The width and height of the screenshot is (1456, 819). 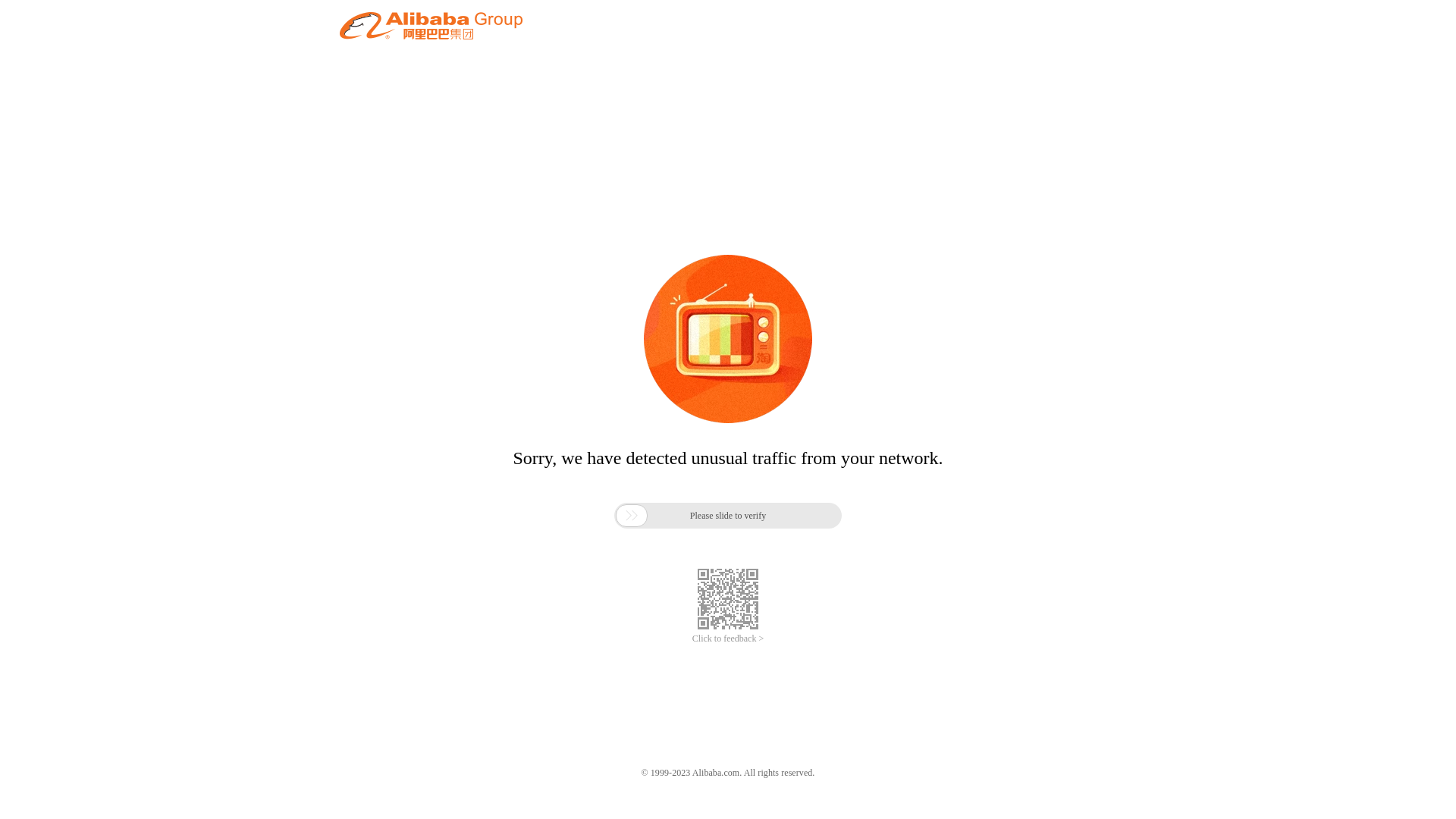 I want to click on 'Click to feedback >', so click(x=728, y=639).